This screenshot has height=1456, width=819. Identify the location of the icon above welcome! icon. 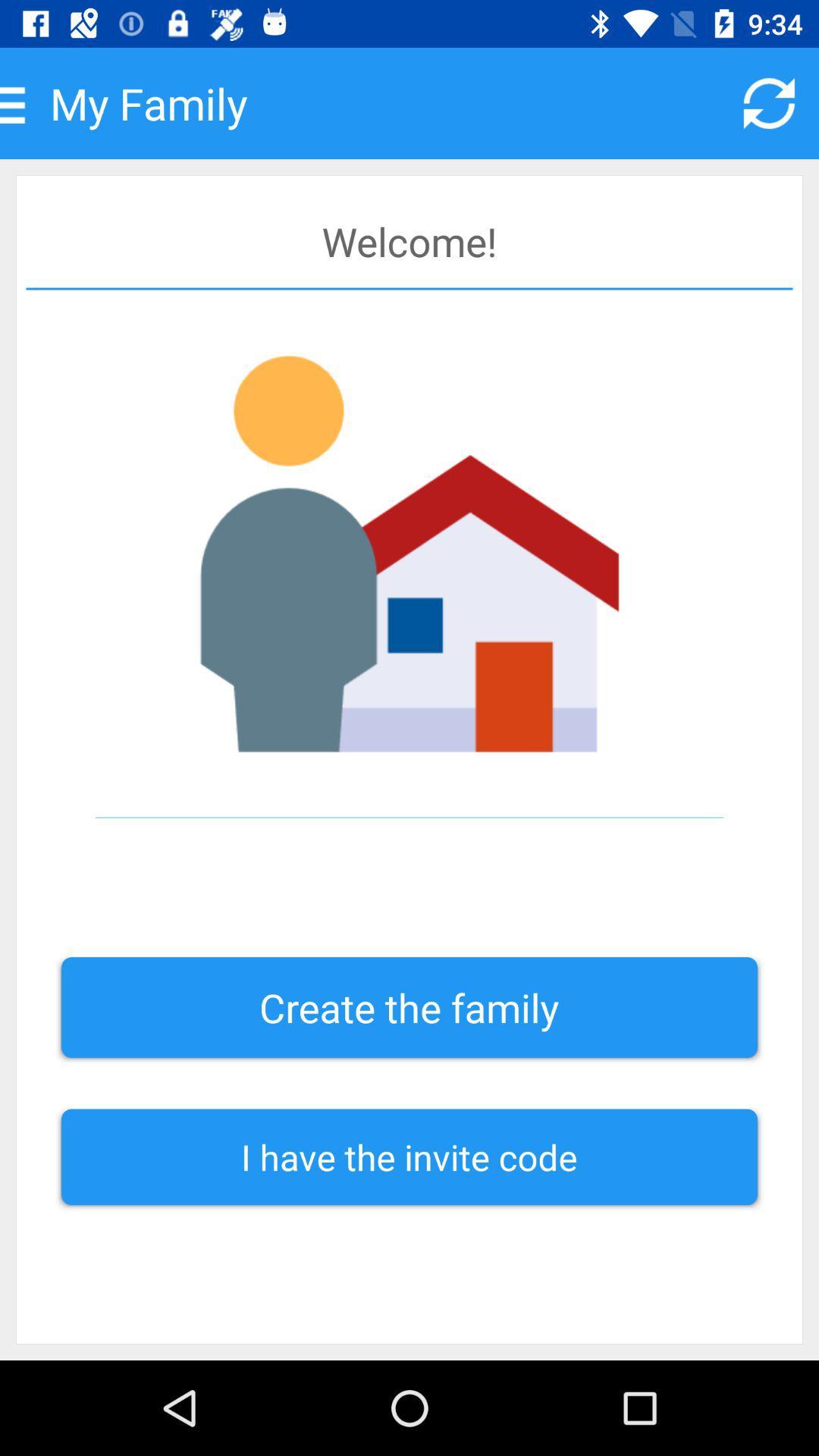
(769, 102).